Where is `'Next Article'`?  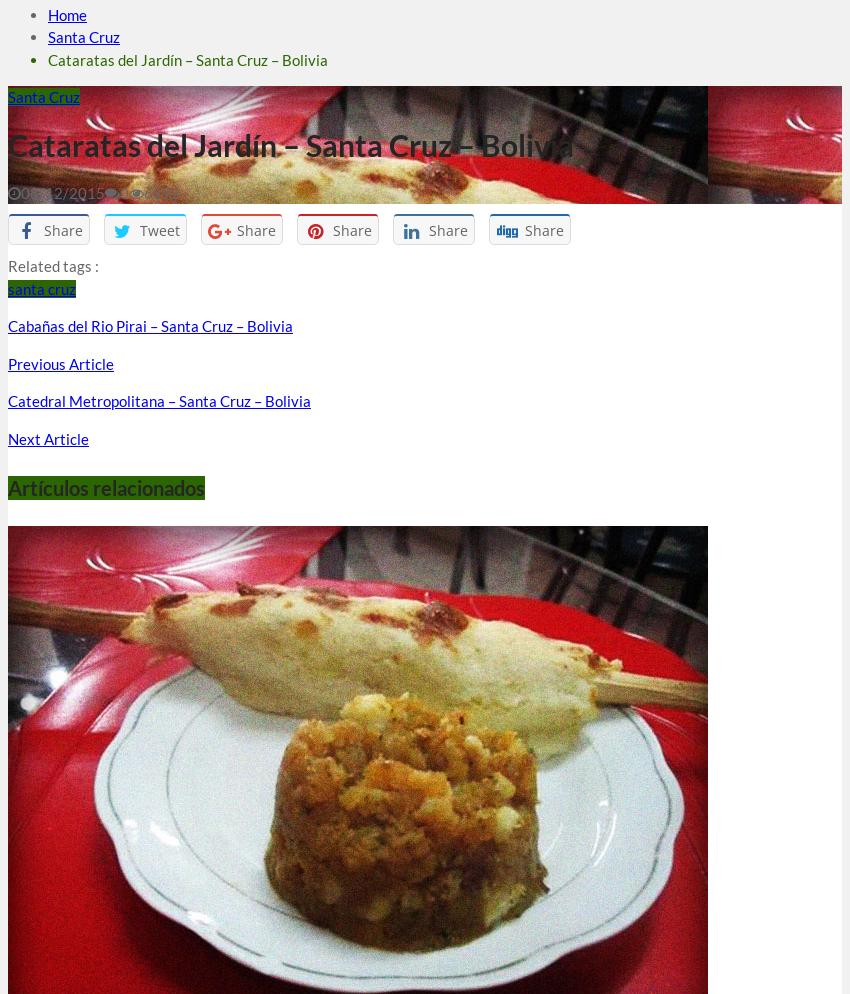 'Next Article' is located at coordinates (48, 437).